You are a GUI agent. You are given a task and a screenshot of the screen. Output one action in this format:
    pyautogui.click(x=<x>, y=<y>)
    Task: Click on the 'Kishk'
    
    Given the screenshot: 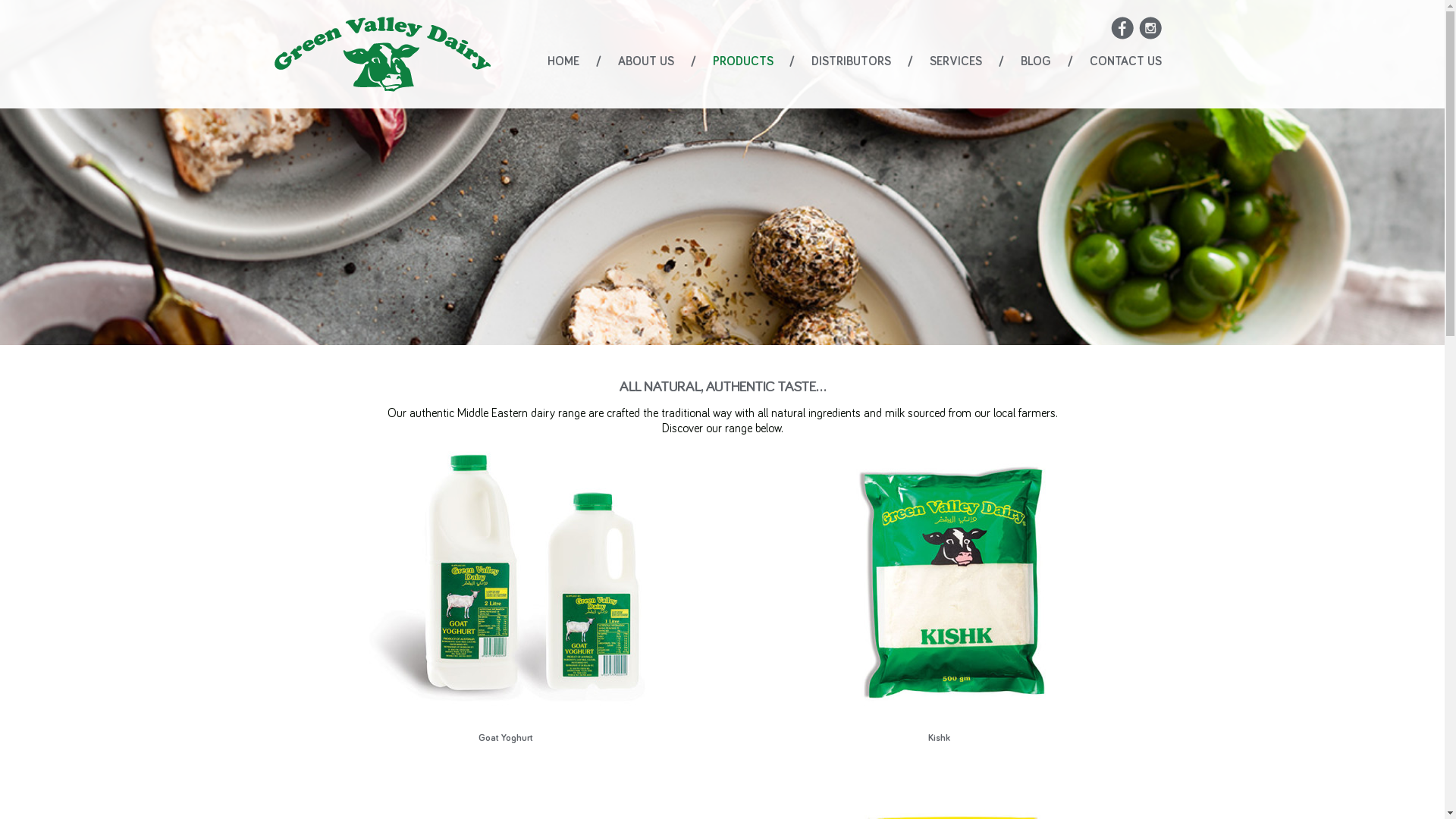 What is the action you would take?
    pyautogui.click(x=938, y=593)
    